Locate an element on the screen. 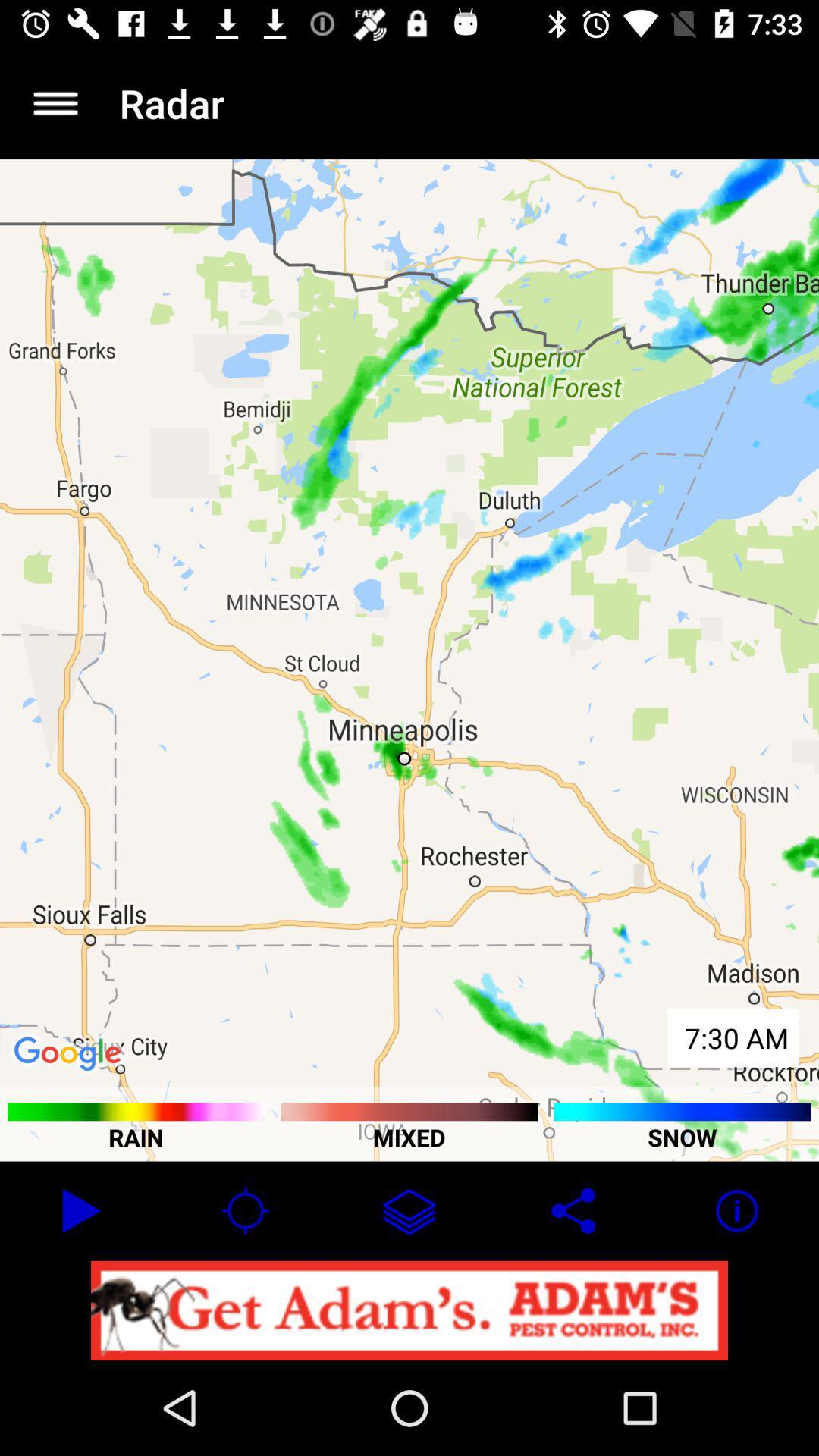 Image resolution: width=819 pixels, height=1456 pixels. icon next to the radar icon is located at coordinates (55, 102).